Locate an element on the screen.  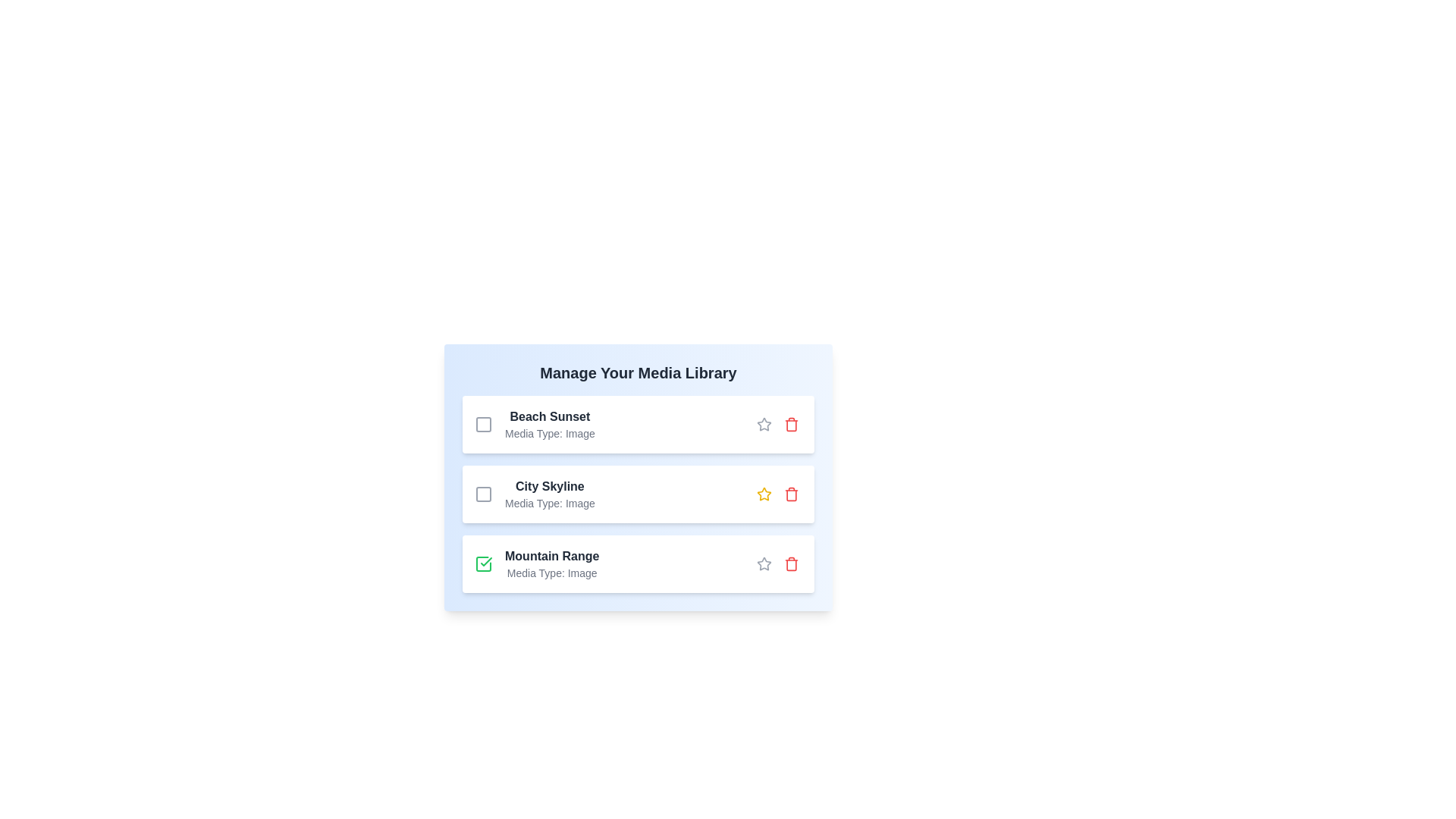
the media item titled City Skyline is located at coordinates (483, 494).